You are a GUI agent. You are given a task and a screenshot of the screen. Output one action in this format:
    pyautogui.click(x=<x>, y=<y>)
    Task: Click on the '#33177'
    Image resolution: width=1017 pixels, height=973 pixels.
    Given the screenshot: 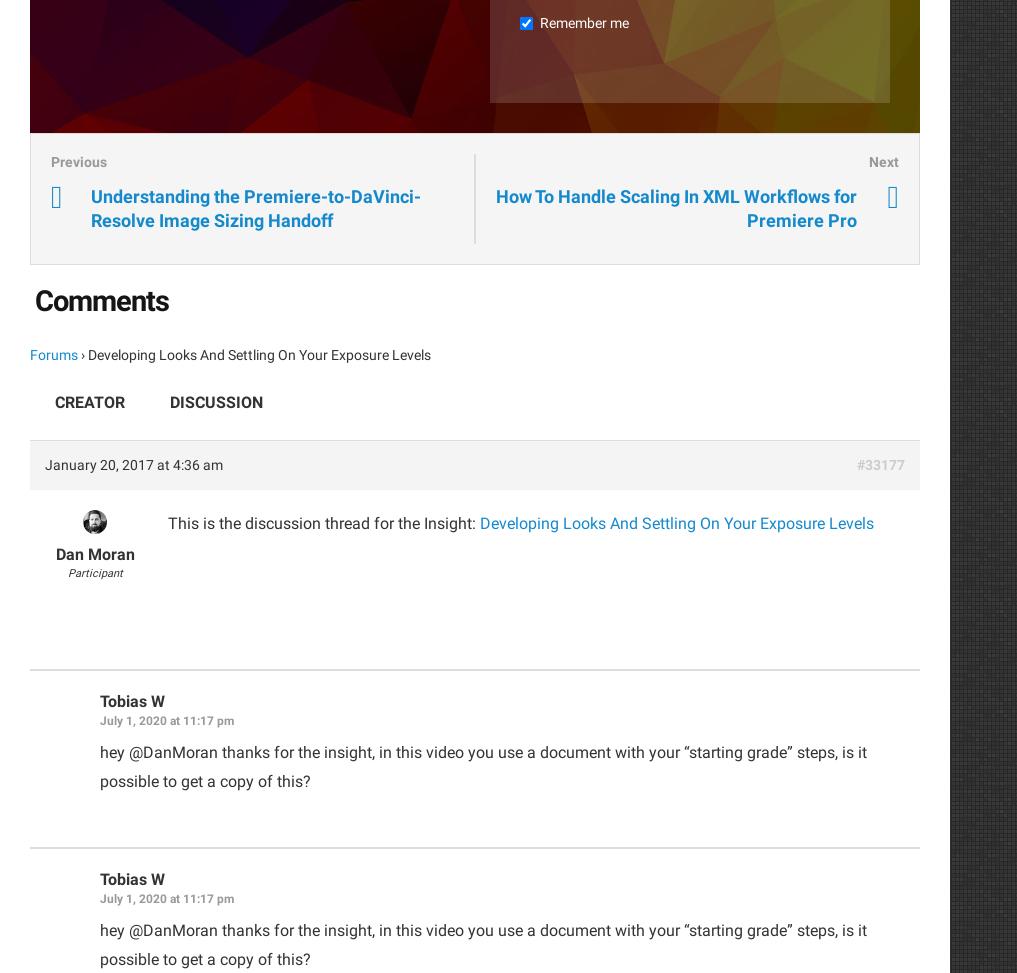 What is the action you would take?
    pyautogui.click(x=881, y=464)
    